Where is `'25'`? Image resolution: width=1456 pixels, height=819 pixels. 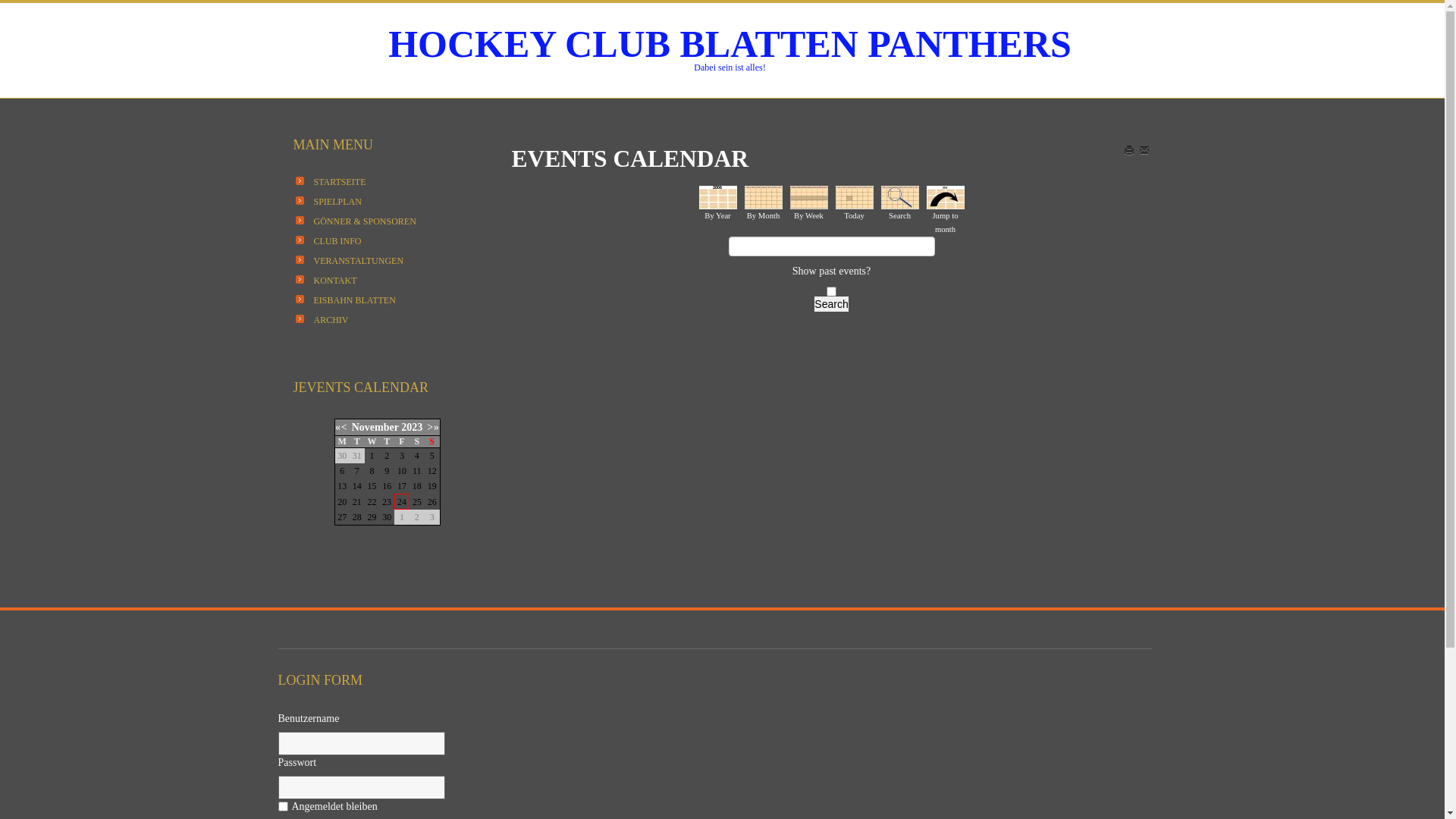 '25' is located at coordinates (412, 500).